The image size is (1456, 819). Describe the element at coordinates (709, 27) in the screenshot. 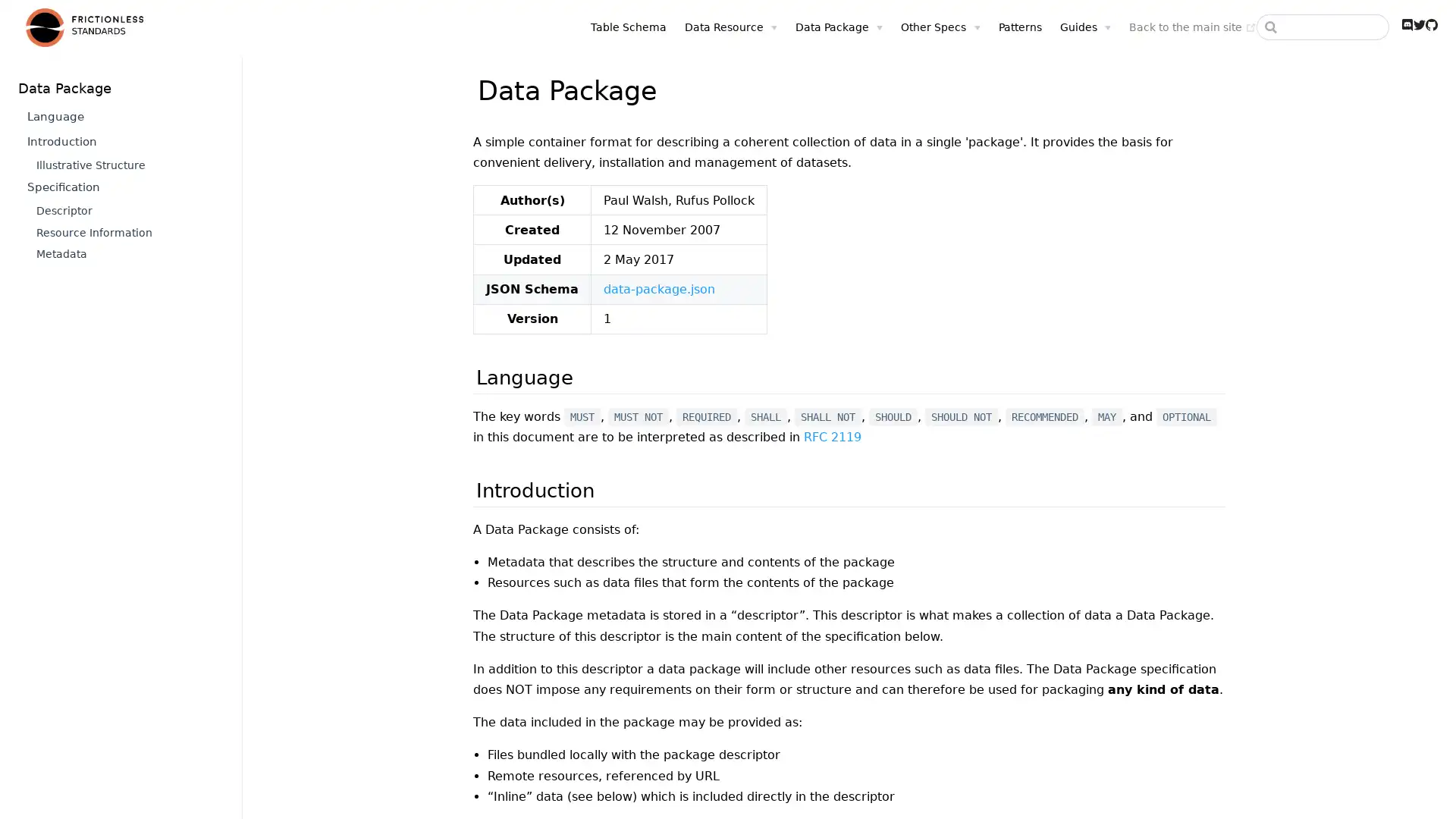

I see `Data Resource` at that location.